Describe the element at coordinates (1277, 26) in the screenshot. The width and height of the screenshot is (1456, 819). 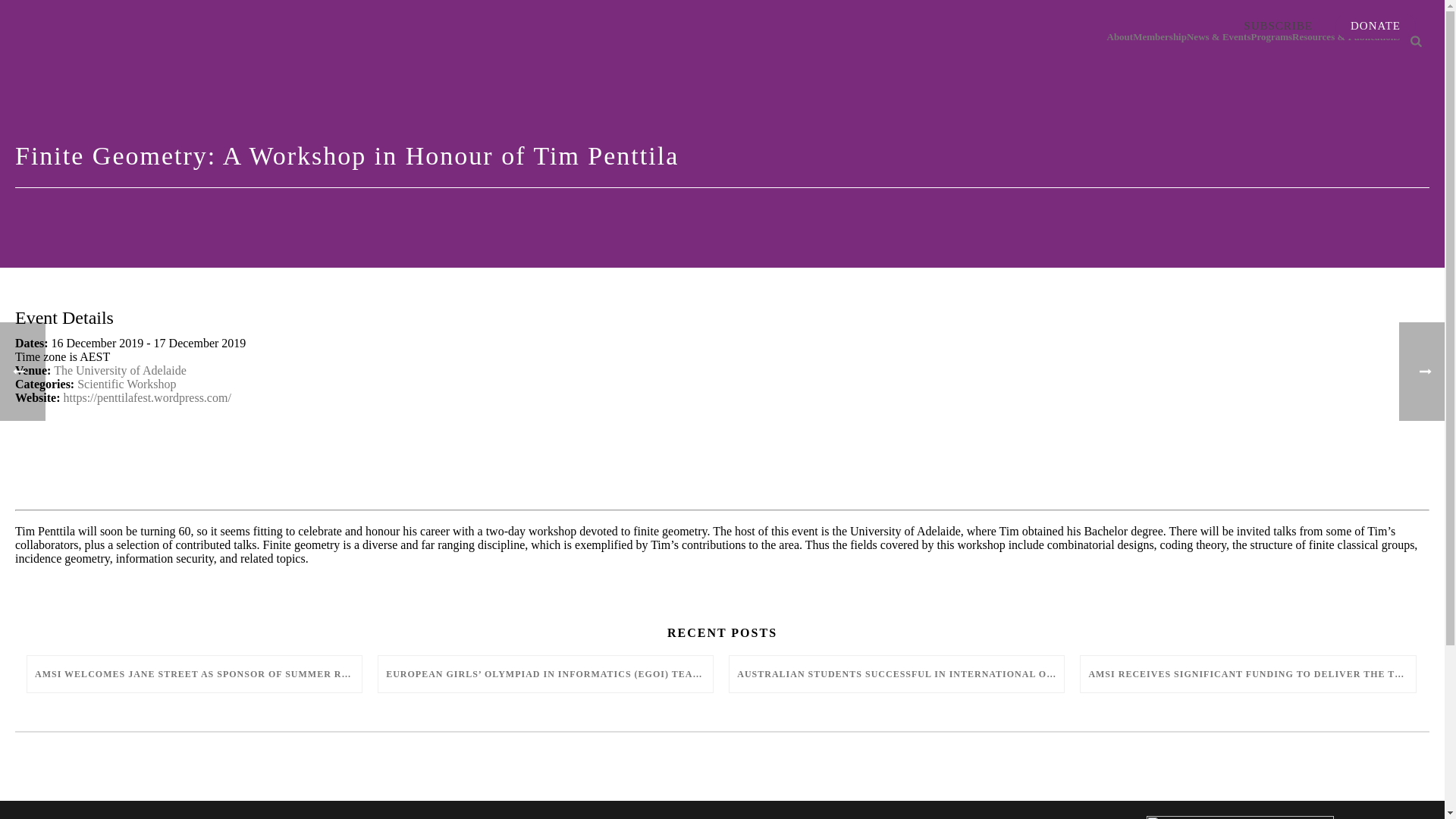
I see `'SUBSCRIBE'` at that location.